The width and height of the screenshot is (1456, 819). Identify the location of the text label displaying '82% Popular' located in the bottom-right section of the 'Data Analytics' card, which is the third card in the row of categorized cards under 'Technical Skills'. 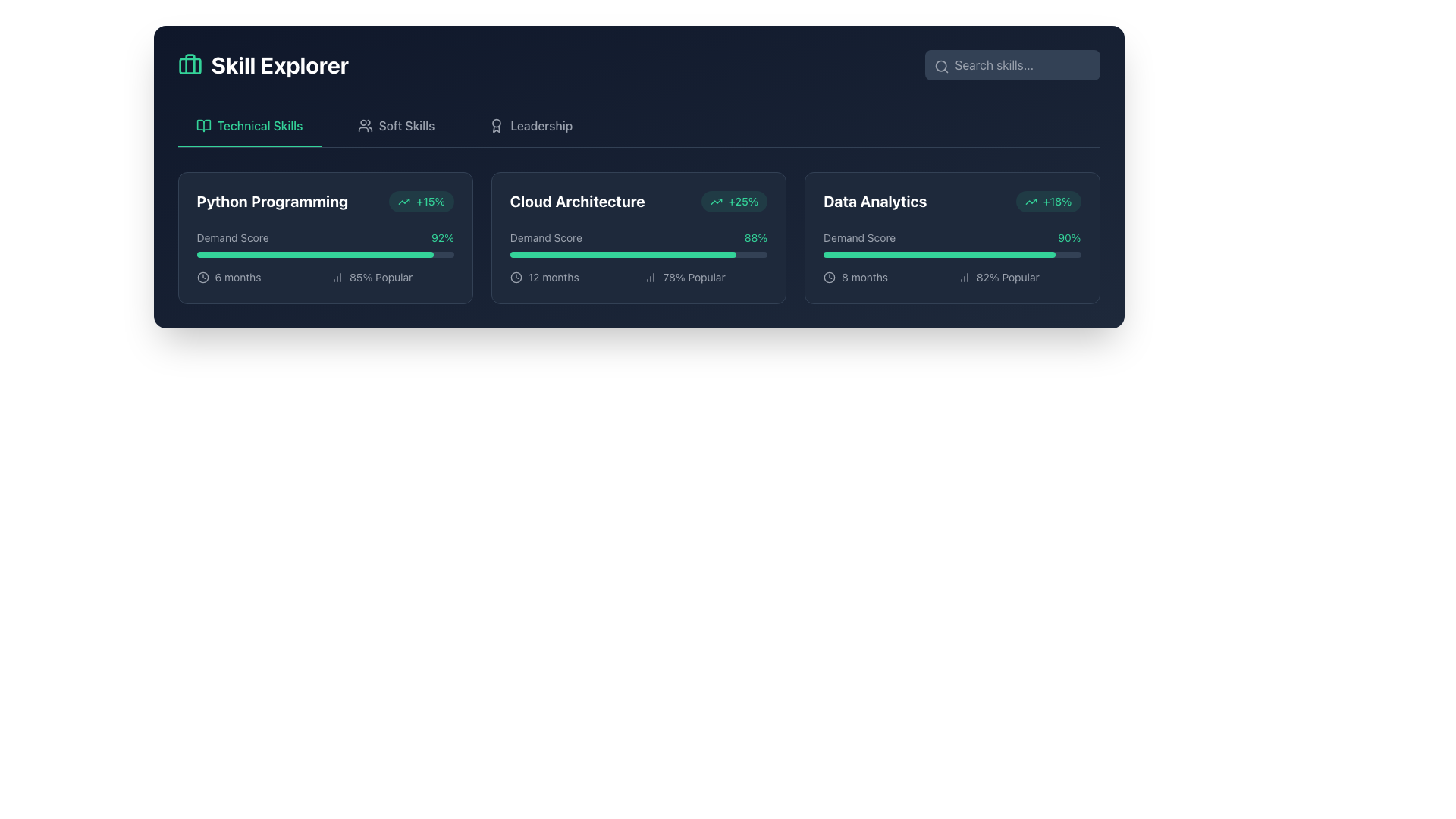
(1008, 278).